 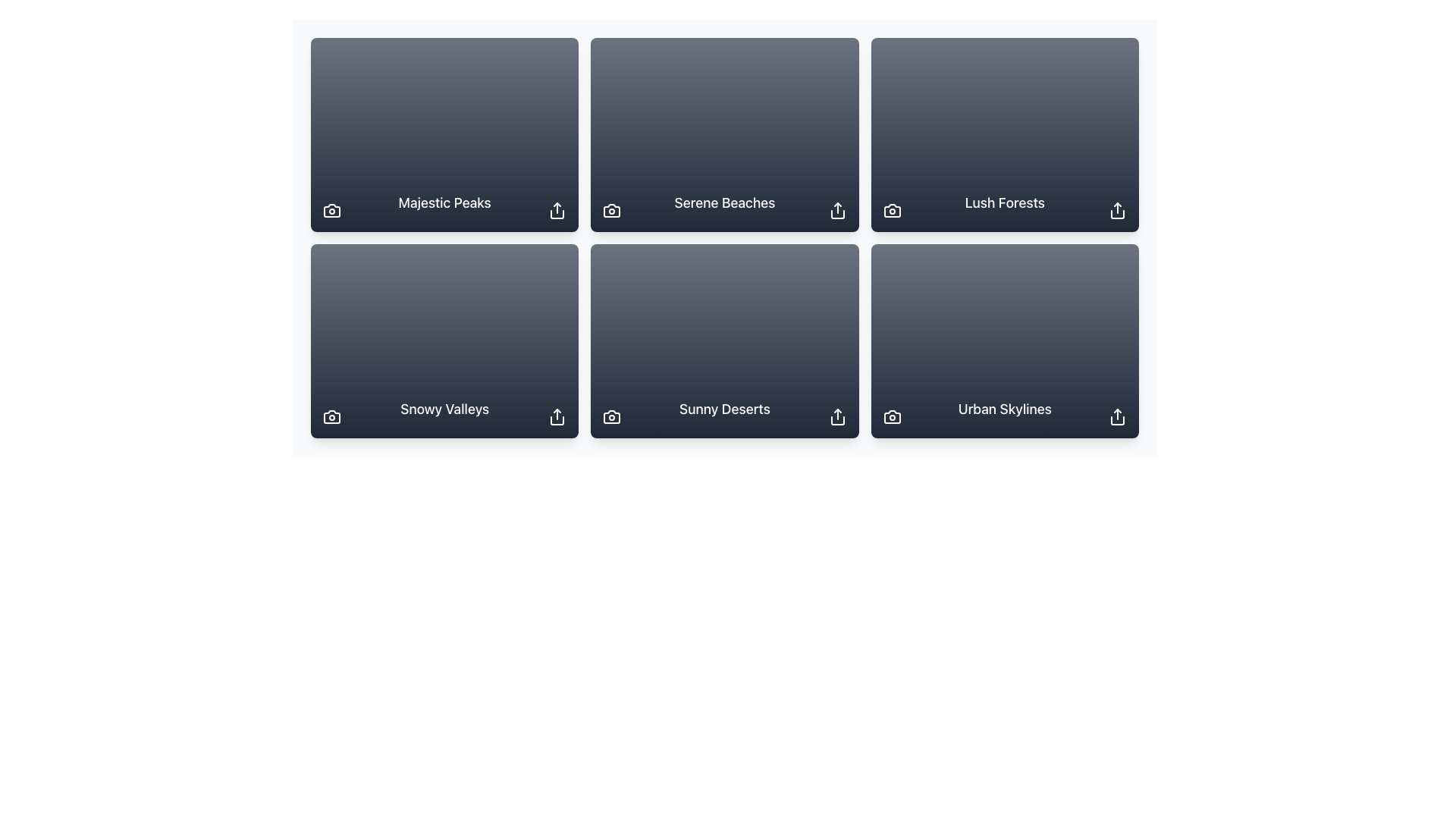 I want to click on the share icon button located at the bottom-right corner of the 'Sunny Deserts' card, so click(x=836, y=417).